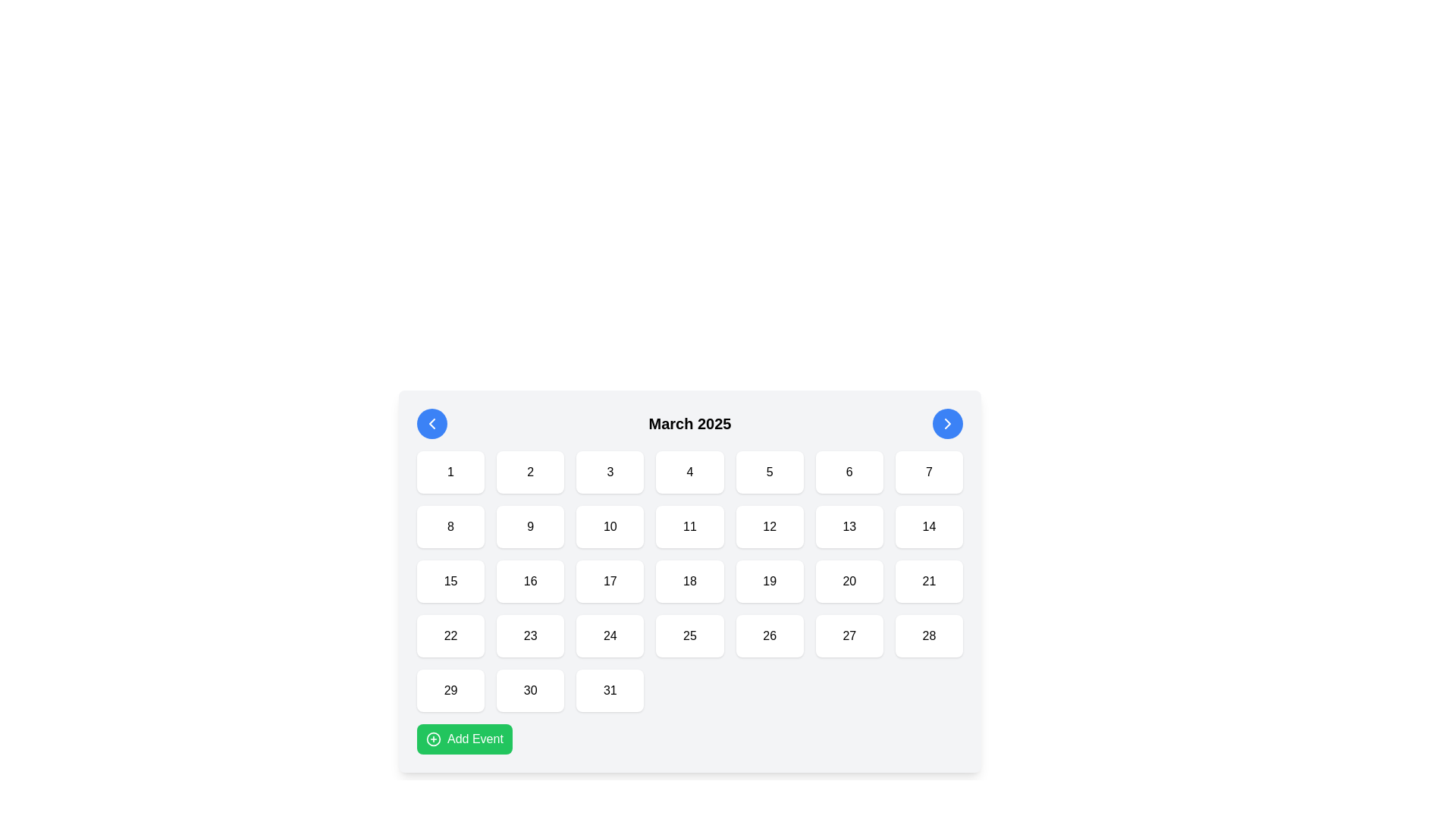 Image resolution: width=1456 pixels, height=819 pixels. Describe the element at coordinates (689, 472) in the screenshot. I see `the calendar date button representing '4' in the March 2025 calendar interface` at that location.